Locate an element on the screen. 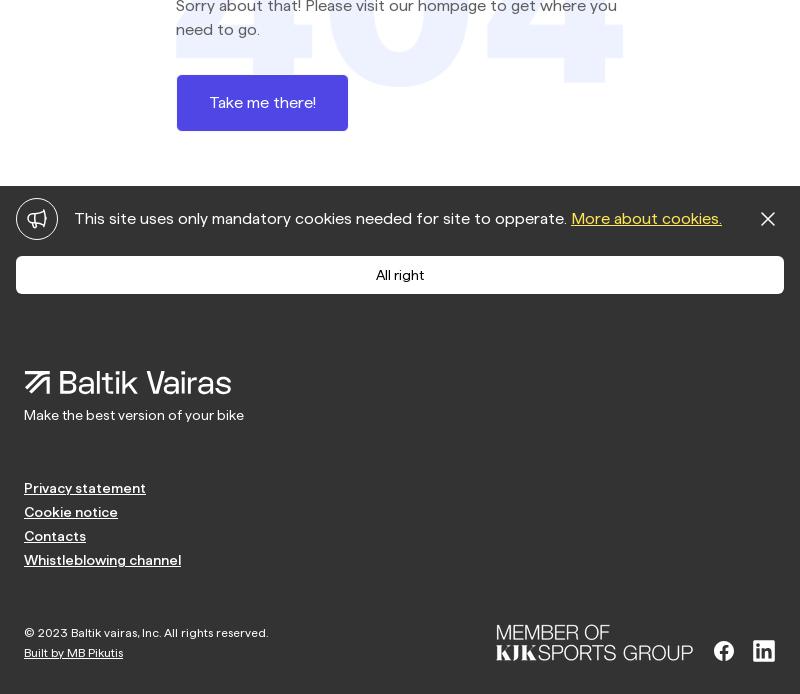 The height and width of the screenshot is (694, 800). 'Take me there!' is located at coordinates (208, 100).